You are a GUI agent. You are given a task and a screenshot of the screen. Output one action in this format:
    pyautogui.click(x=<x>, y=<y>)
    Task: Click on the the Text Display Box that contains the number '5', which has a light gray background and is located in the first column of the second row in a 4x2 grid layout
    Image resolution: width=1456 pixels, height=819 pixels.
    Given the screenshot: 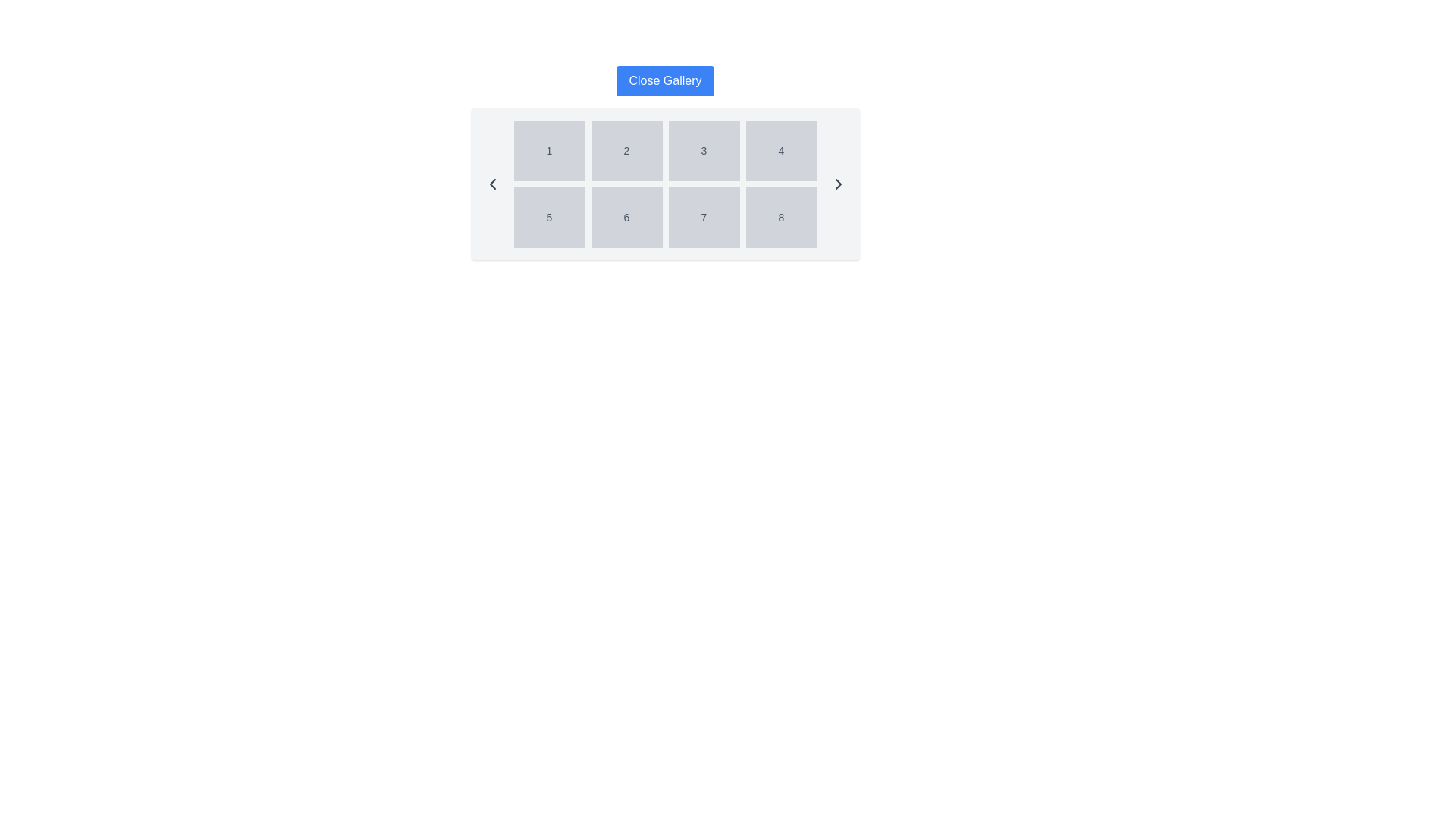 What is the action you would take?
    pyautogui.click(x=548, y=217)
    